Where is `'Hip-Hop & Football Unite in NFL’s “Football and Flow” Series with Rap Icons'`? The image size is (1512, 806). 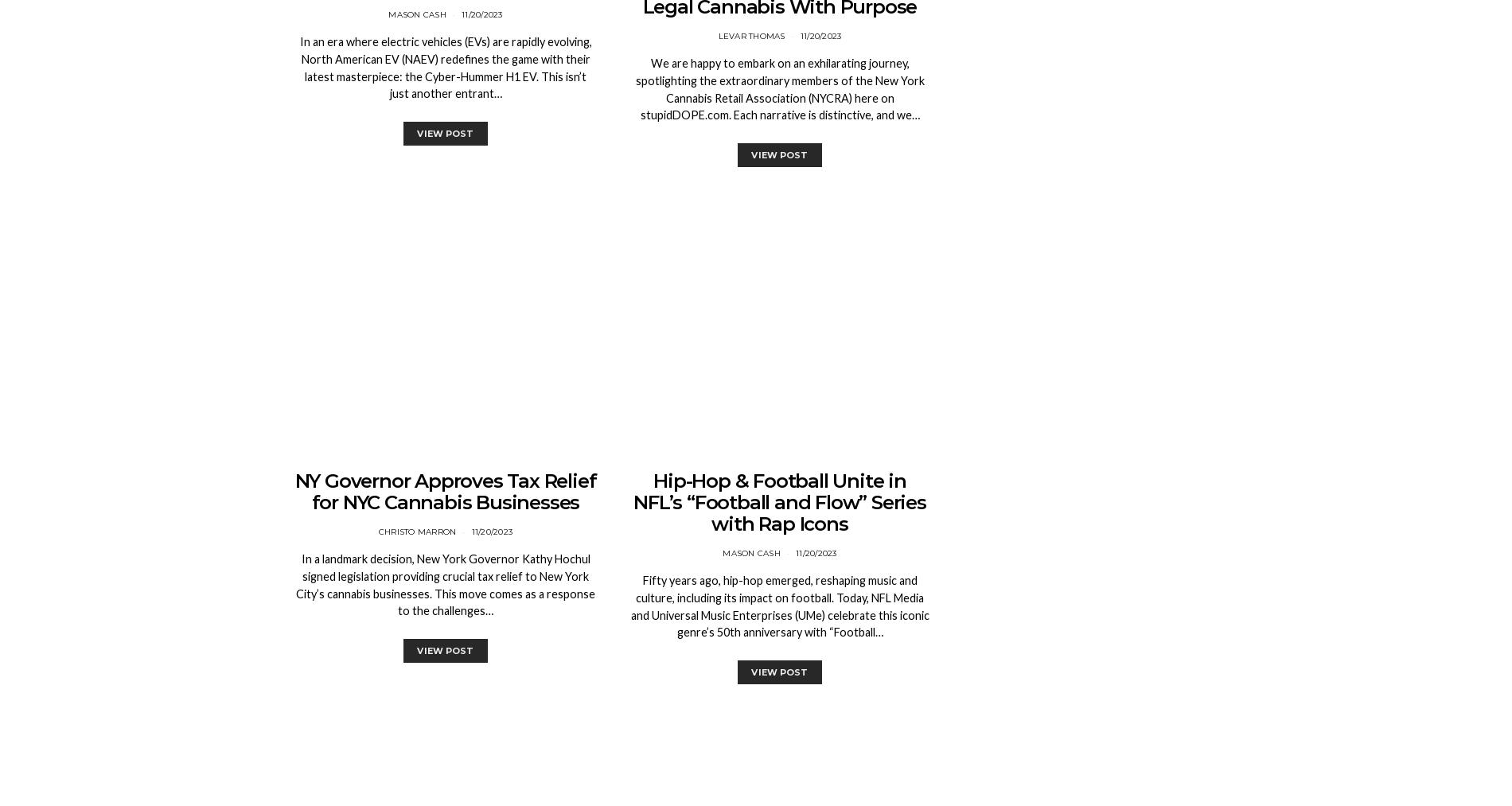
'Hip-Hop & Football Unite in NFL’s “Football and Flow” Series with Rap Icons' is located at coordinates (779, 501).